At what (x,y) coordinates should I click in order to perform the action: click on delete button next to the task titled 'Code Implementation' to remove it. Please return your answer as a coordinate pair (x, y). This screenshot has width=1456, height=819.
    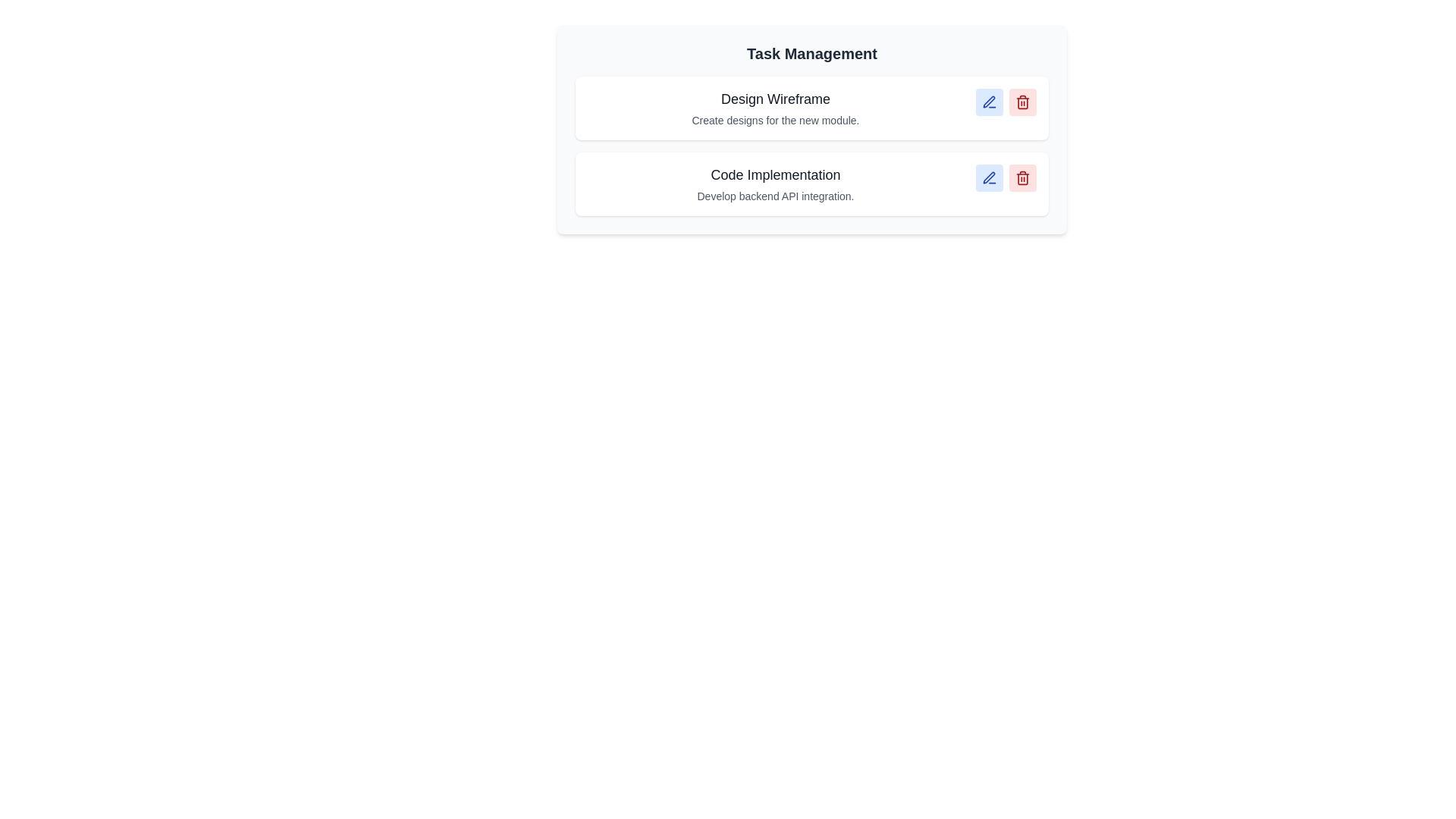
    Looking at the image, I should click on (1022, 177).